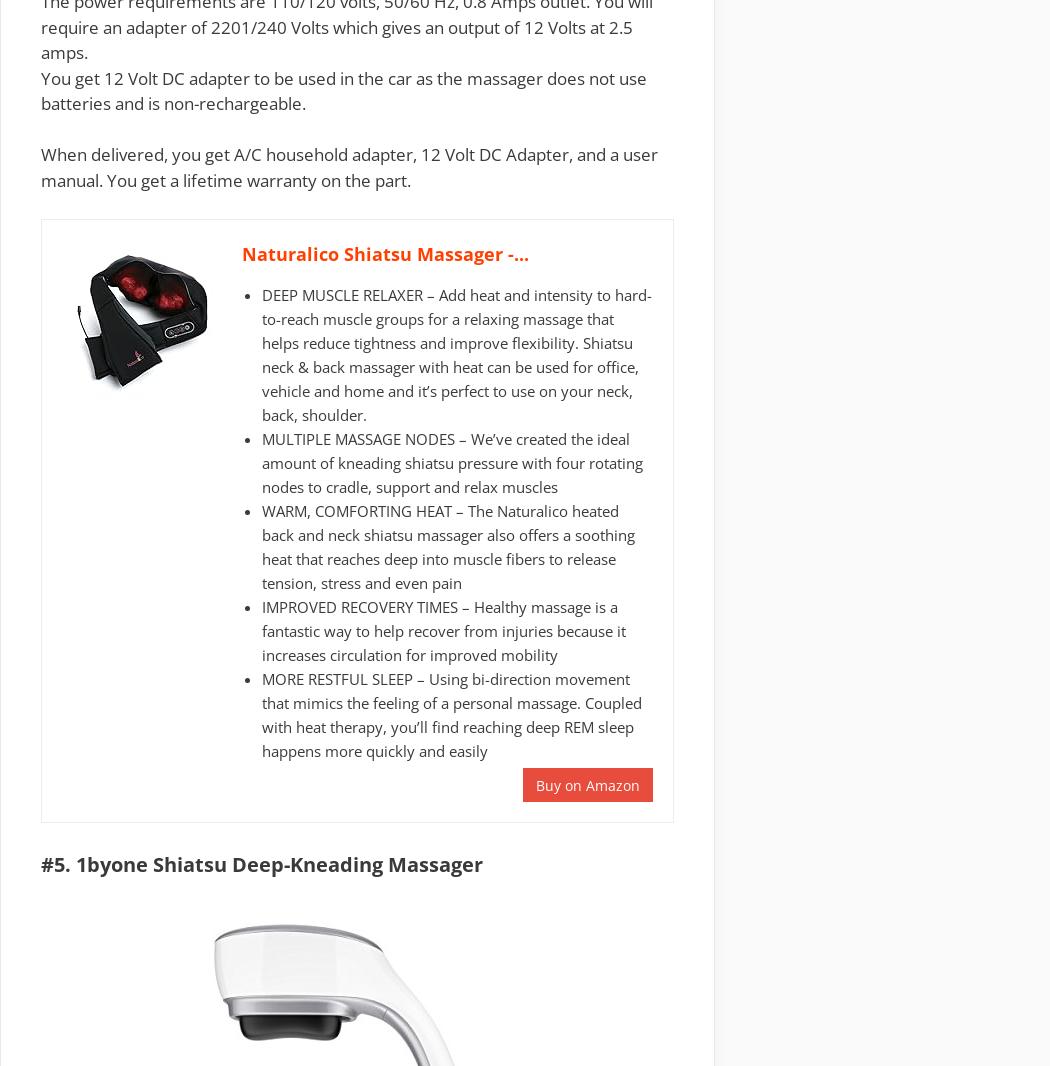 The height and width of the screenshot is (1066, 1050). I want to click on 'non-rechargeable', so click(232, 102).